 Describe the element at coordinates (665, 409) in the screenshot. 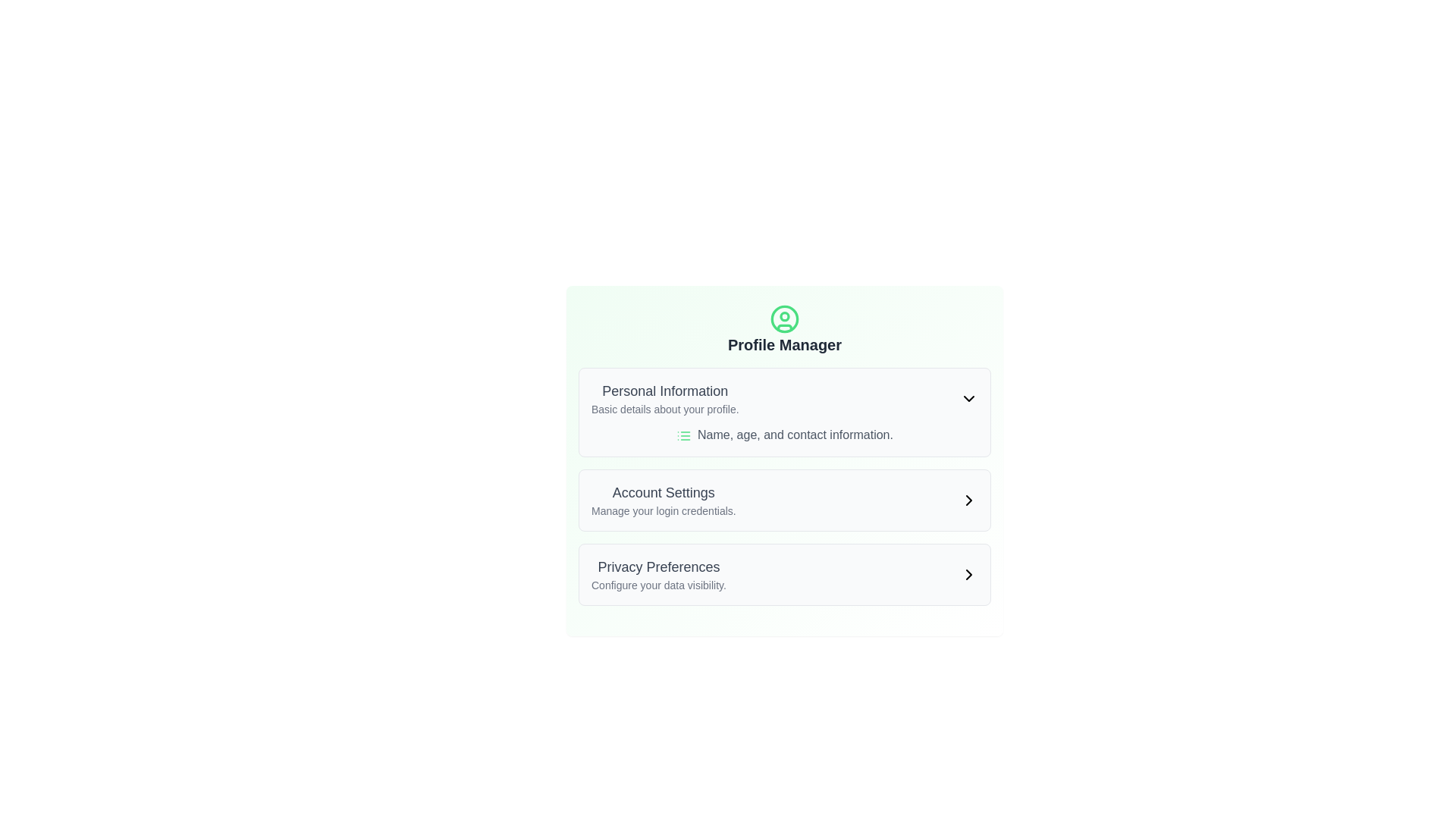

I see `the text label that provides a brief description of the 'Personal Information' section, located beneath the title 'Personal Information' in the 'Profile Manager' section` at that location.